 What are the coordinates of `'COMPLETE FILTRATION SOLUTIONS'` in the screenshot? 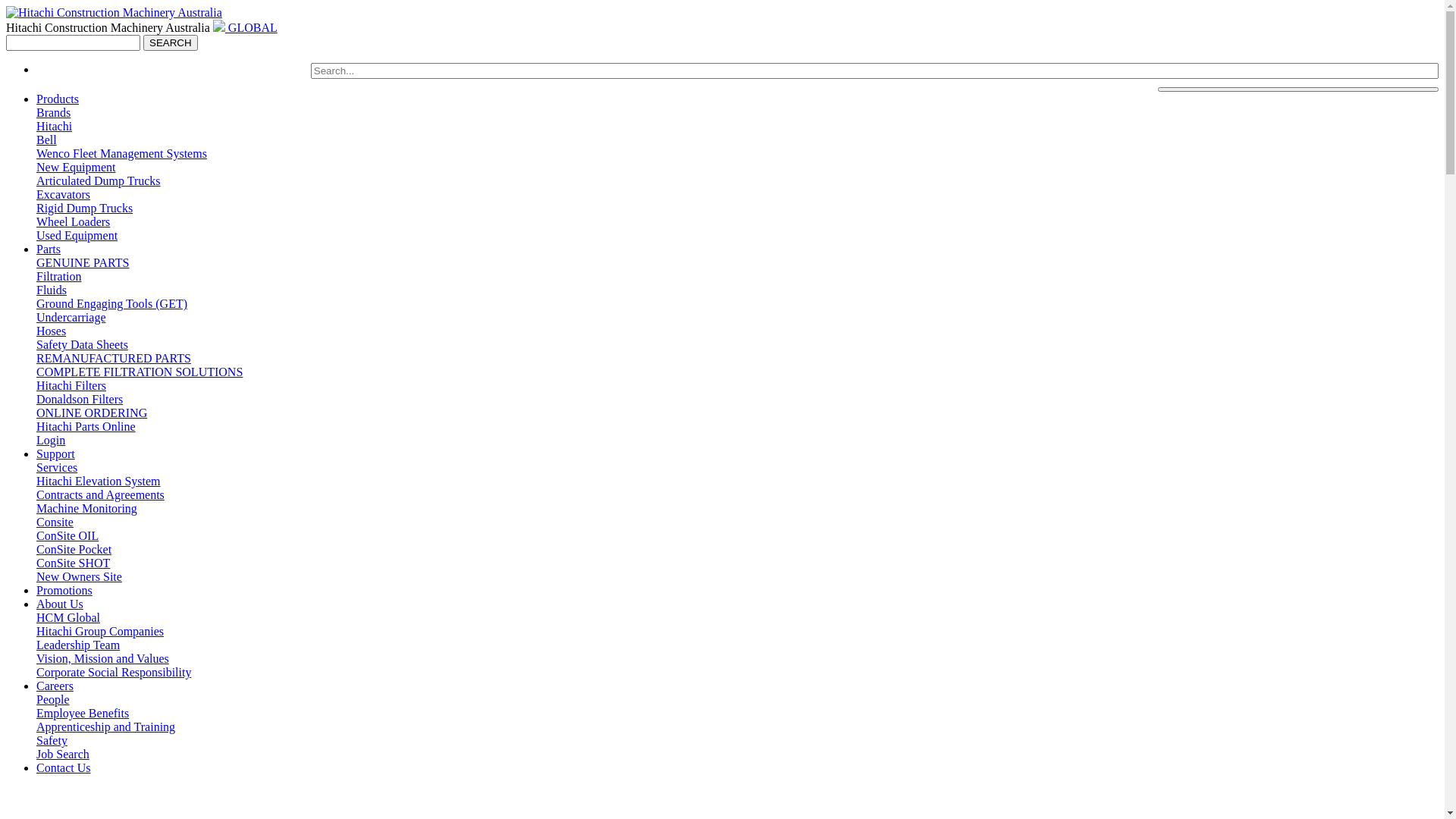 It's located at (139, 372).